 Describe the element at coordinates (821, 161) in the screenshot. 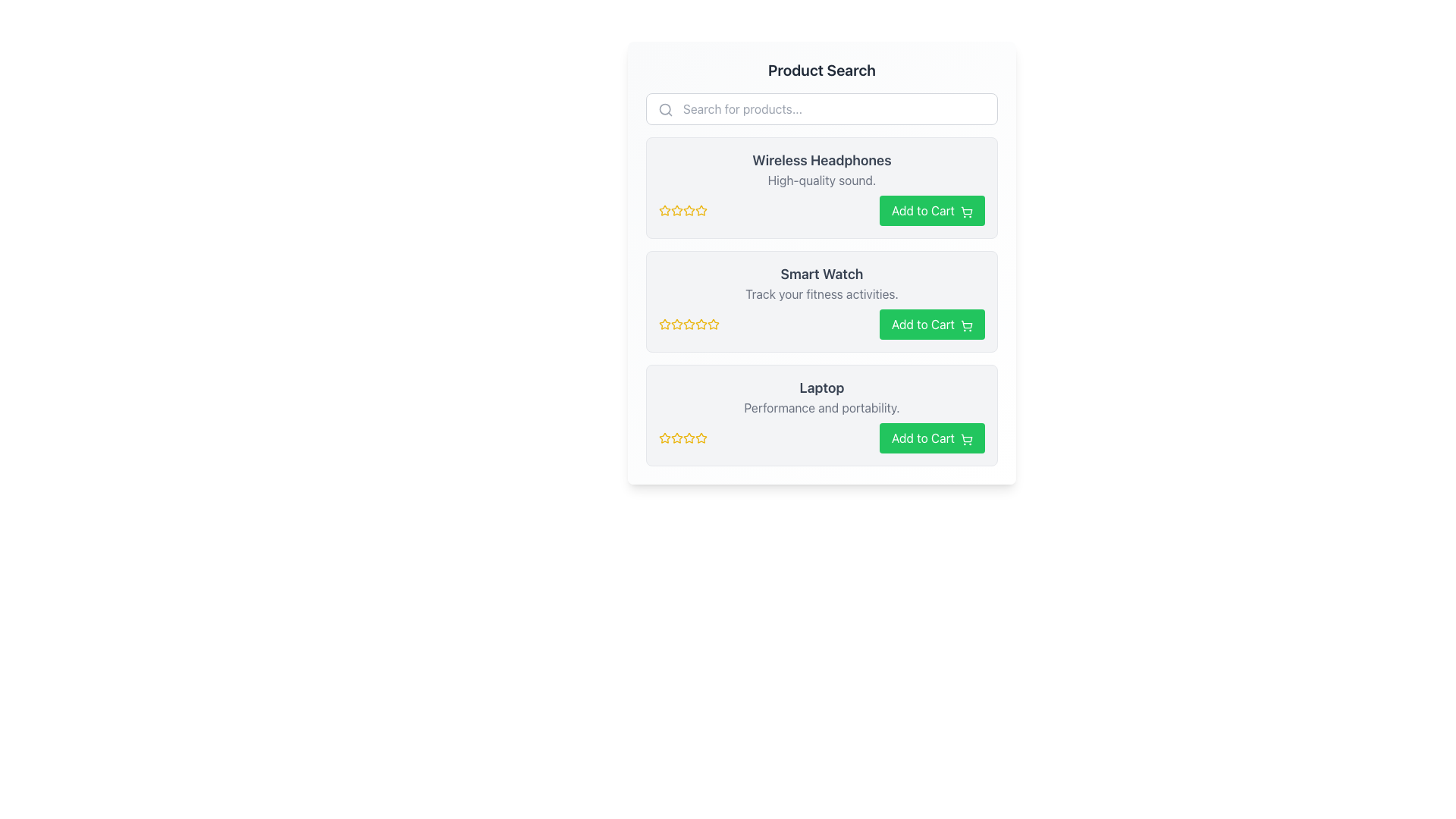

I see `title text 'Wireless Headphones' displayed in bold and larger font at the top of the first product card, above the description 'High-quality sound.'` at that location.